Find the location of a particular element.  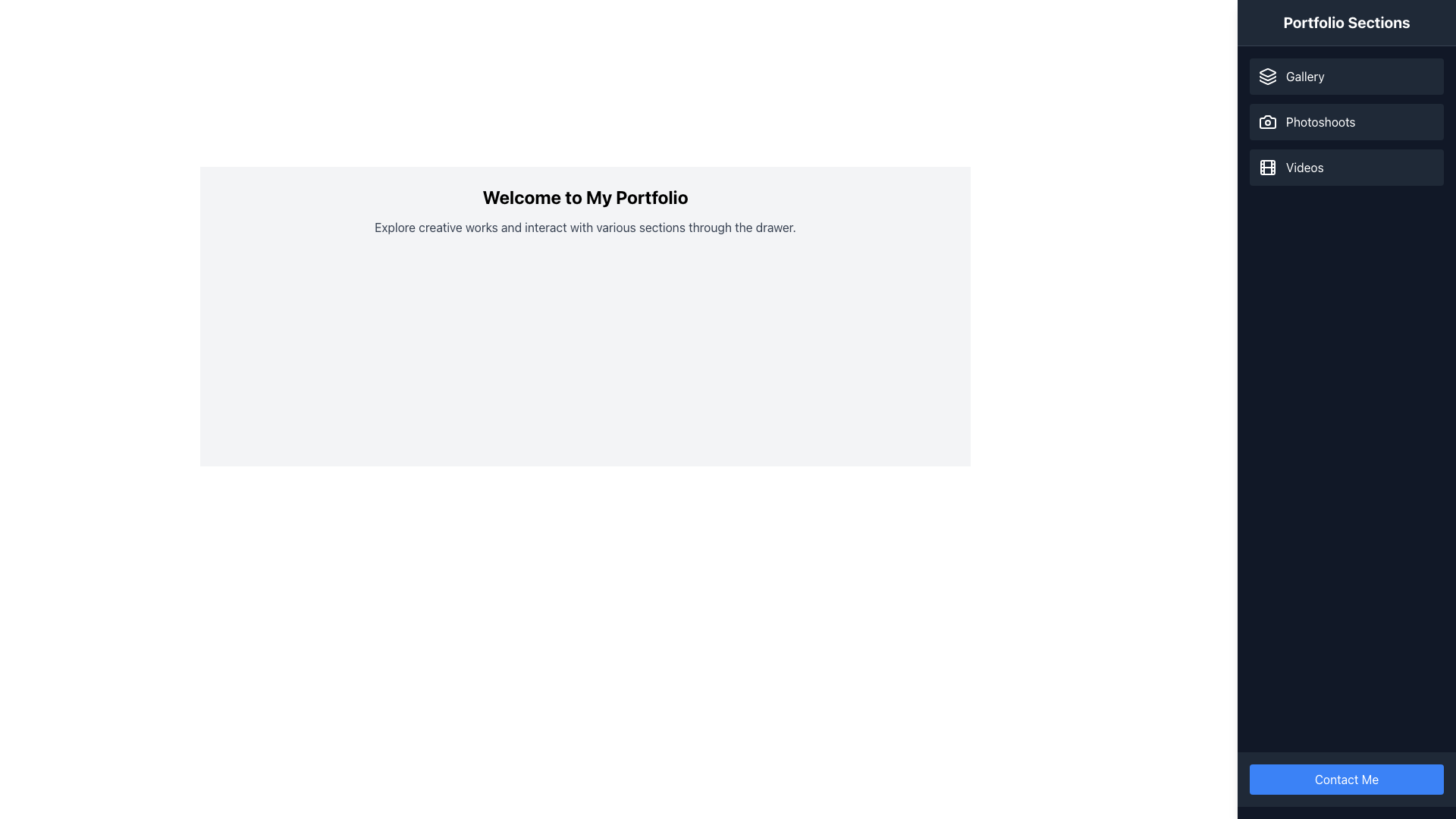

the 'Photoshoots' camera icon located on the left within the 'Photoshoots' button in the menu list on the right side of the interface is located at coordinates (1267, 121).